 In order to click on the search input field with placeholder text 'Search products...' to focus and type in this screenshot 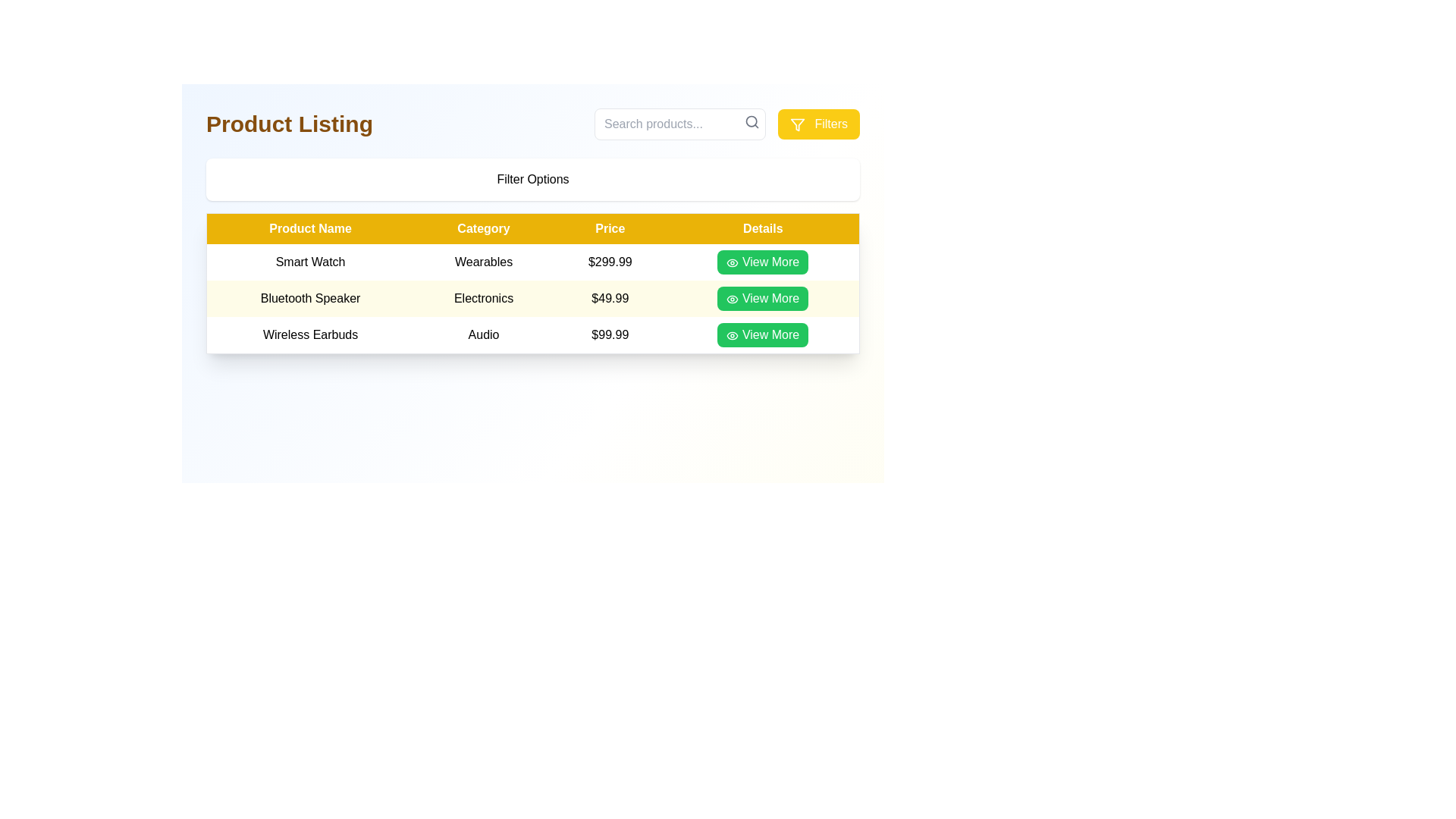, I will do `click(679, 124)`.